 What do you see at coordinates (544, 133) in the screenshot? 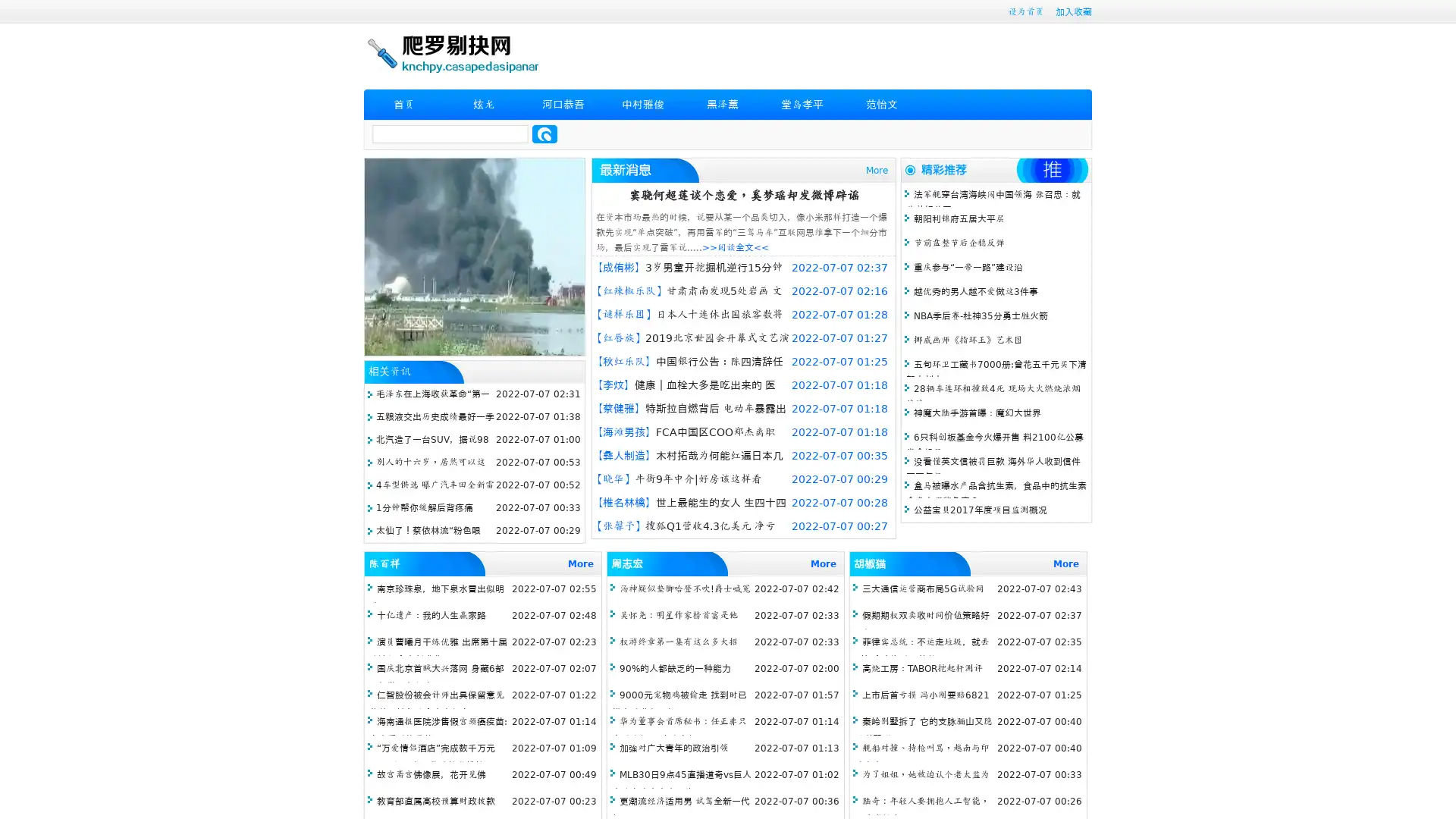
I see `Search` at bounding box center [544, 133].